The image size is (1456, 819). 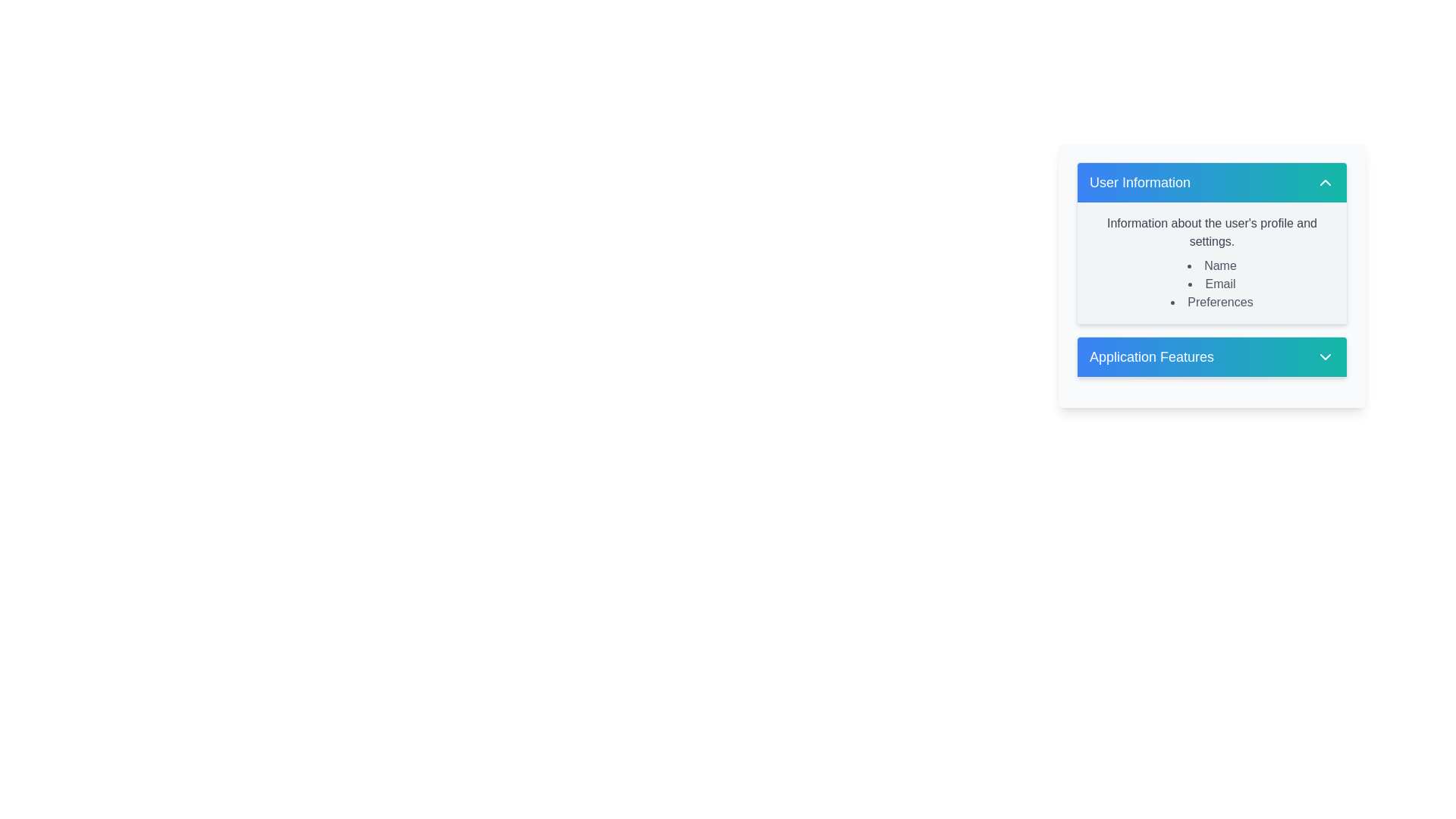 I want to click on the 'Email' text label, which is the second item in the 'User Information' section of a bulleted list, so click(x=1211, y=284).